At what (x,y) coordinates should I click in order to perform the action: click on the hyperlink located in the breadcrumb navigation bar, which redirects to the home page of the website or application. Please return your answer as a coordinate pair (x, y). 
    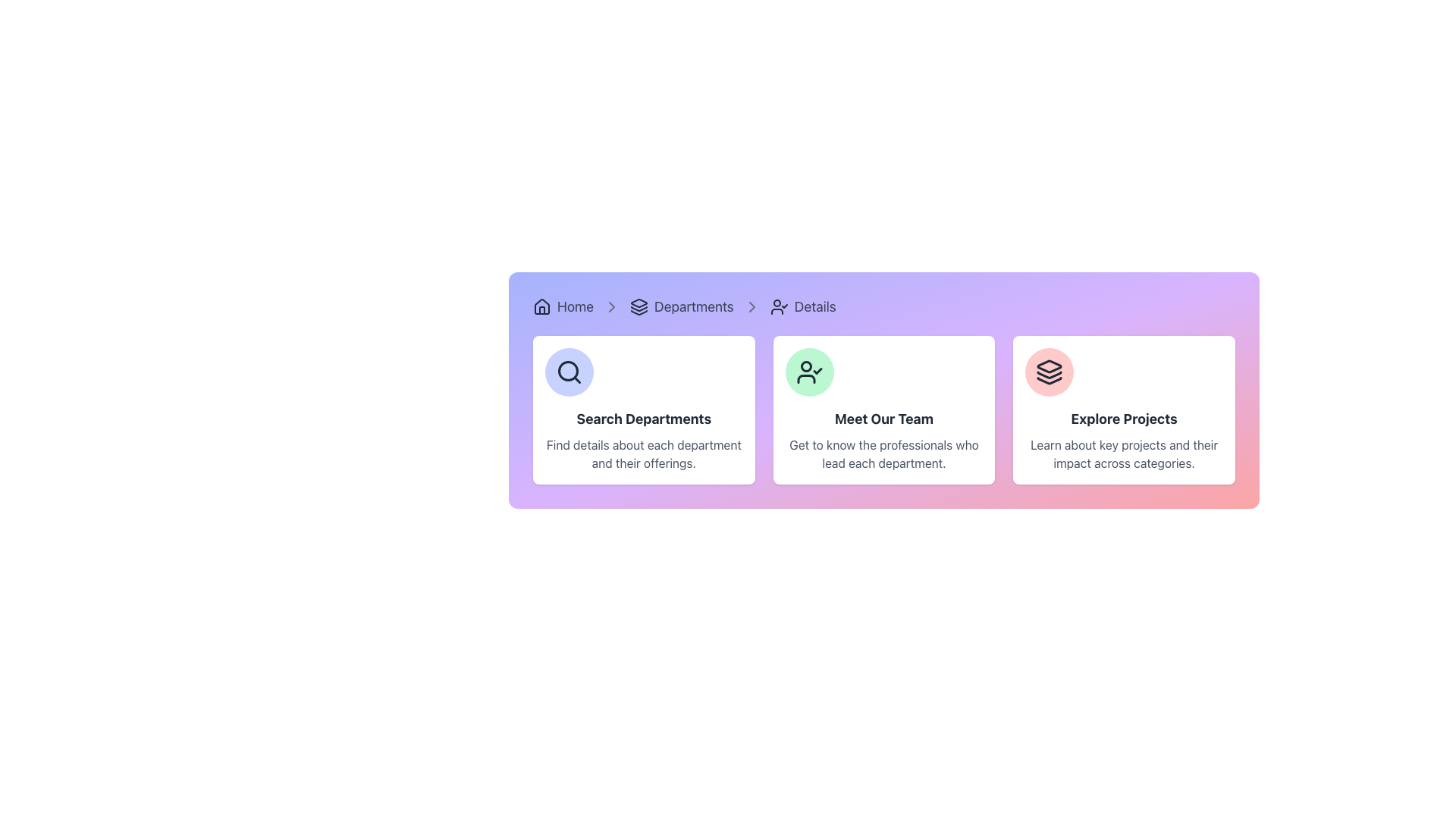
    Looking at the image, I should click on (574, 307).